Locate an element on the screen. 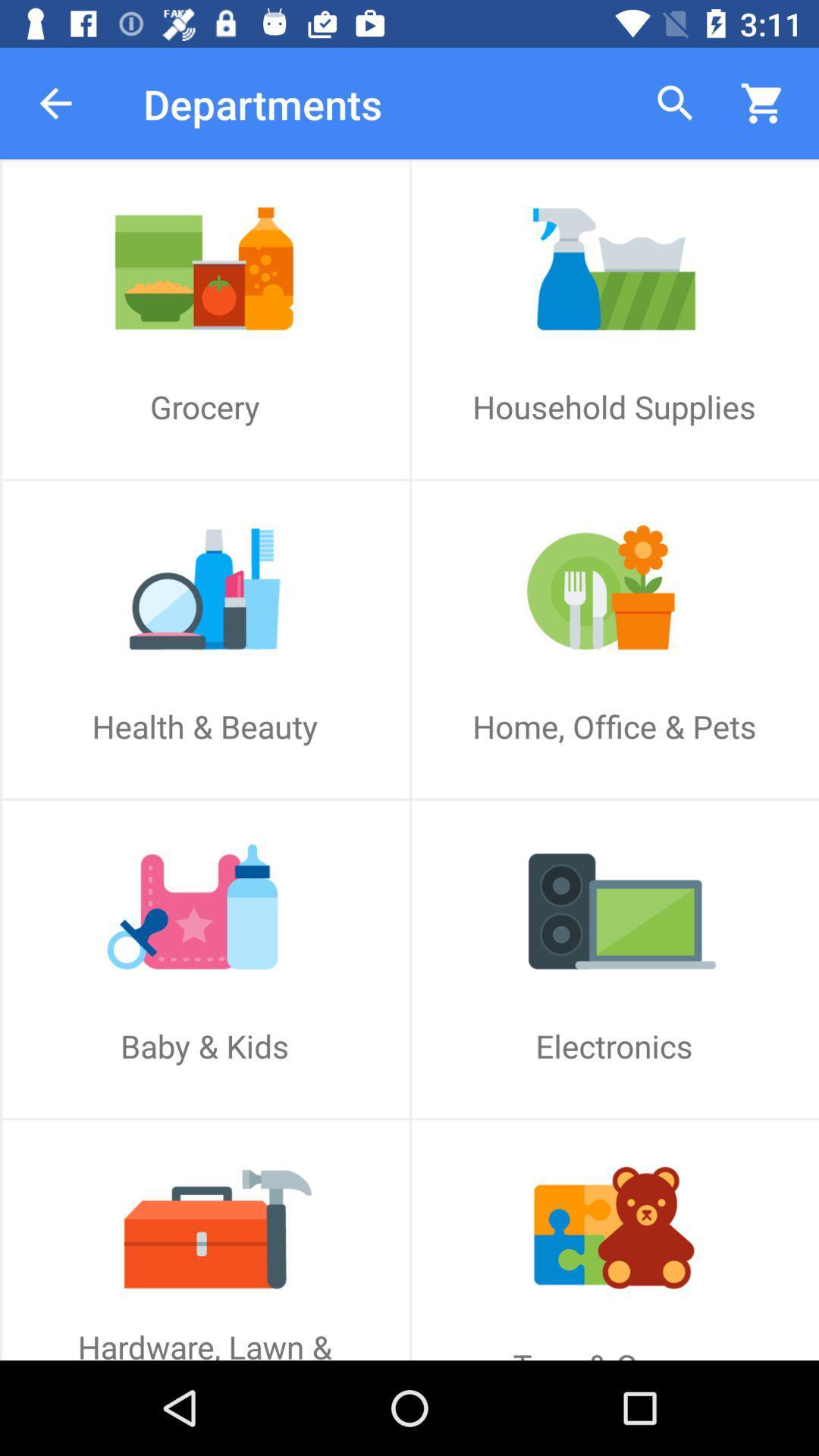 Image resolution: width=819 pixels, height=1456 pixels. the icon to the left of the departments app is located at coordinates (55, 102).